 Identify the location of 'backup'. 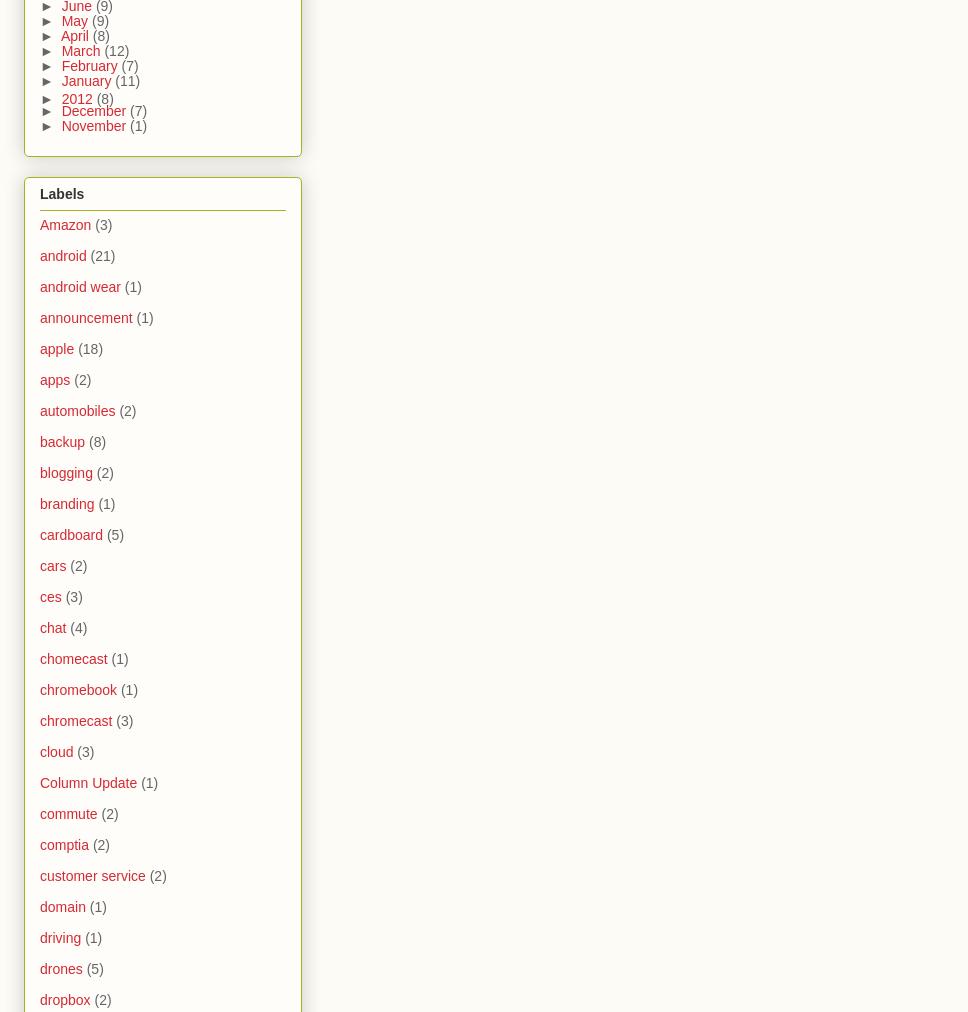
(61, 442).